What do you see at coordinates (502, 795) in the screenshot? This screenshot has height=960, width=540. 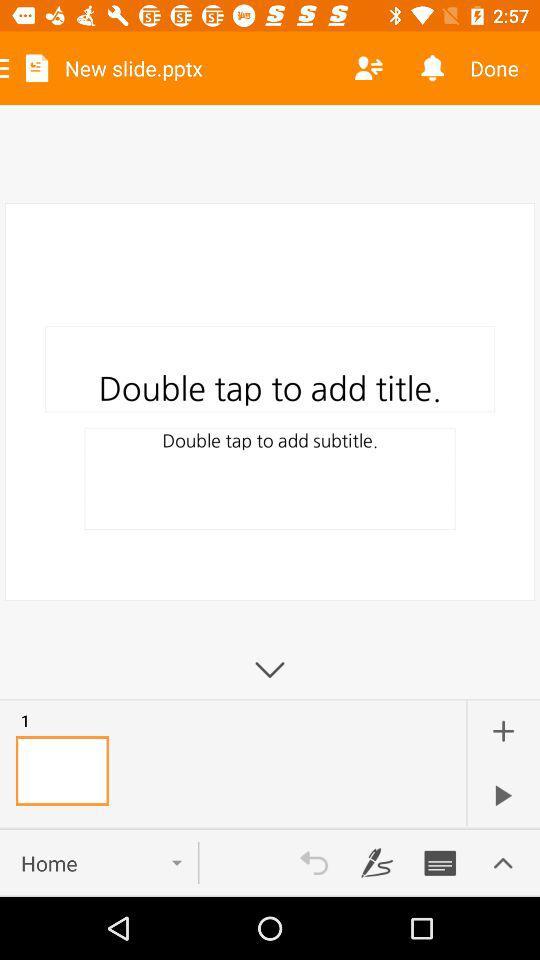 I see `slideshow` at bounding box center [502, 795].